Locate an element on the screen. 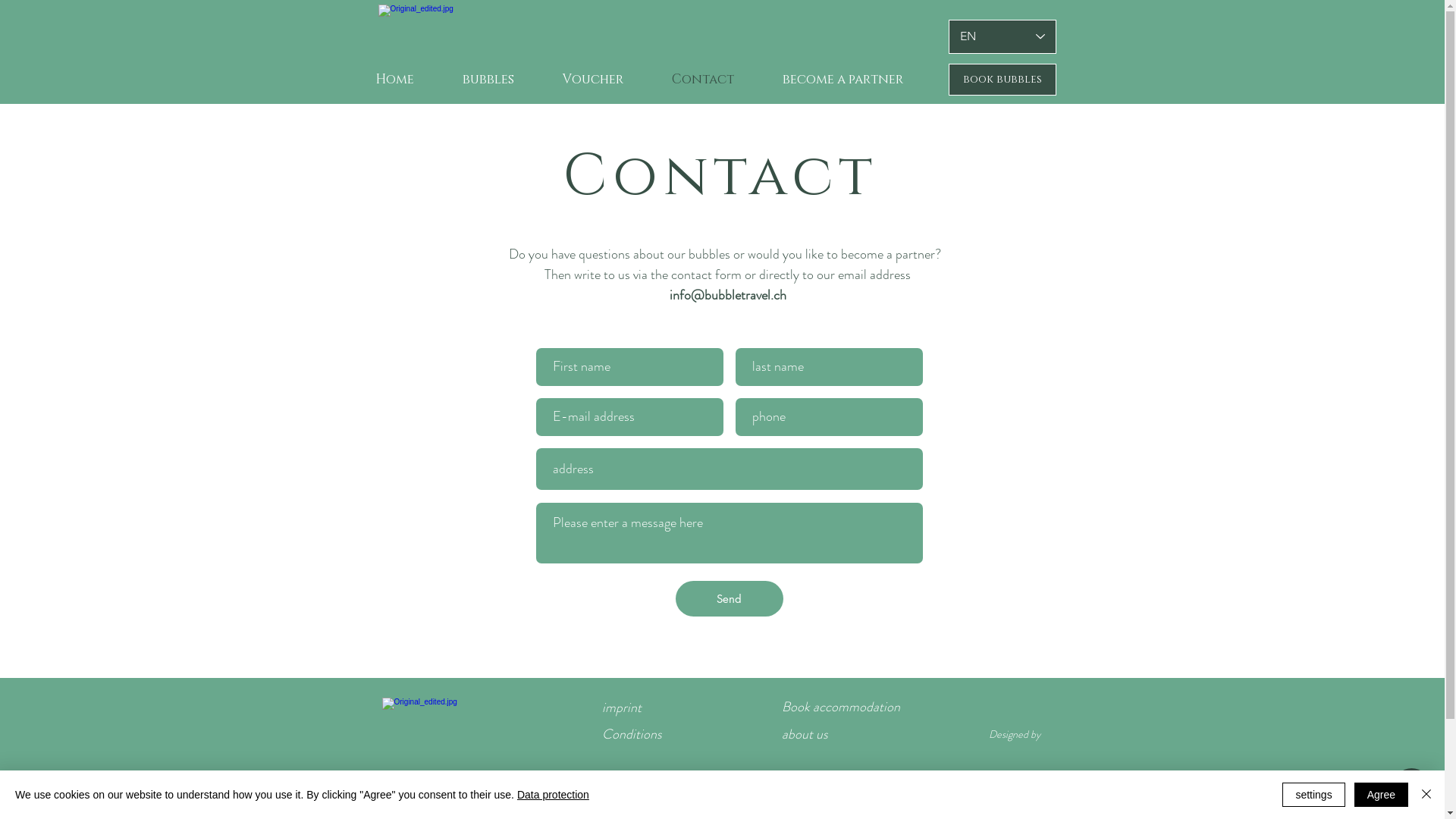 This screenshot has height=819, width=1456. 'Send' is located at coordinates (673, 598).